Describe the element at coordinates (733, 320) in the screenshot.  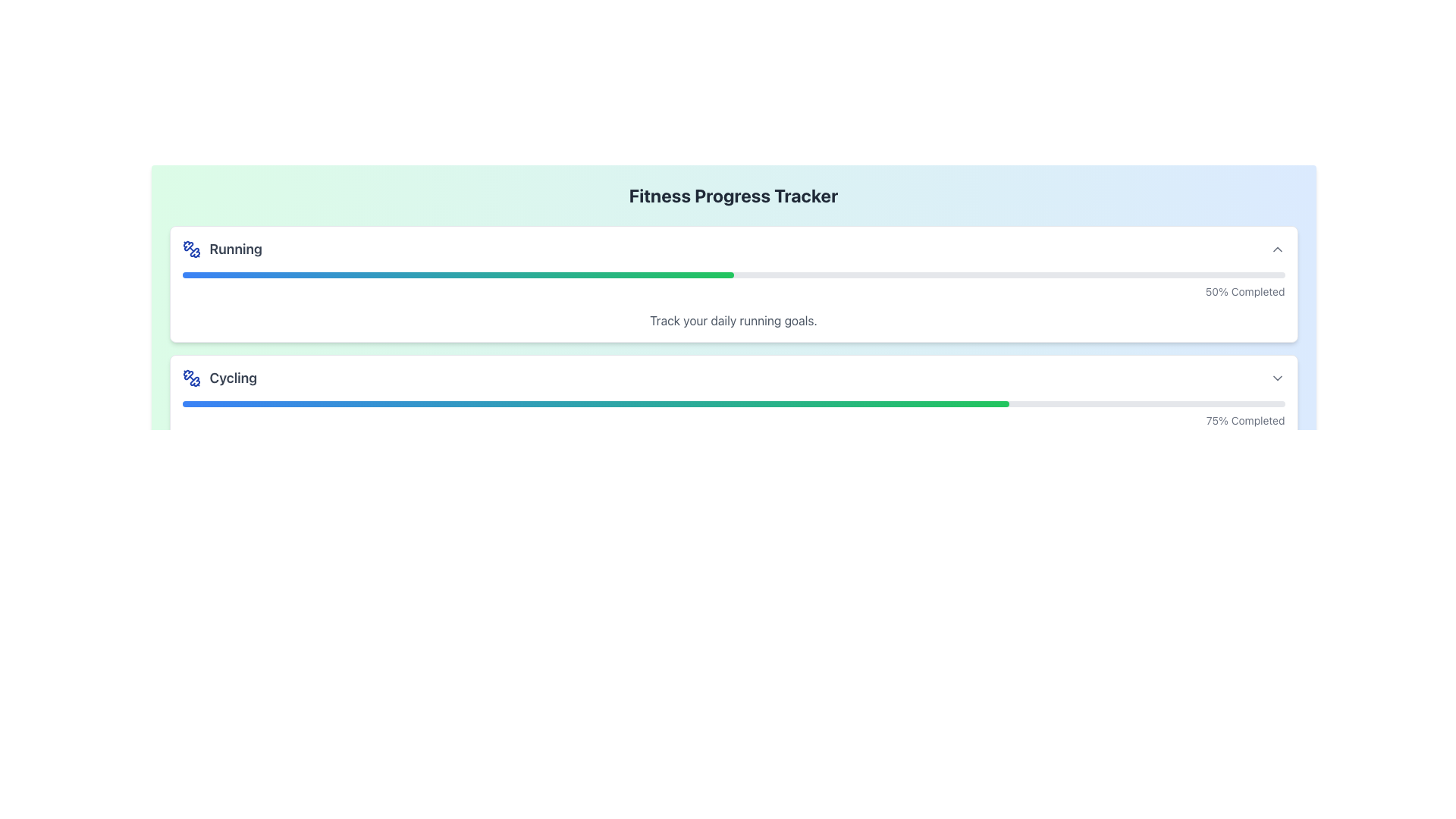
I see `static text element that displays 'Track your daily running goals.' located below the progress bar in the 'Running' section of the application layout` at that location.